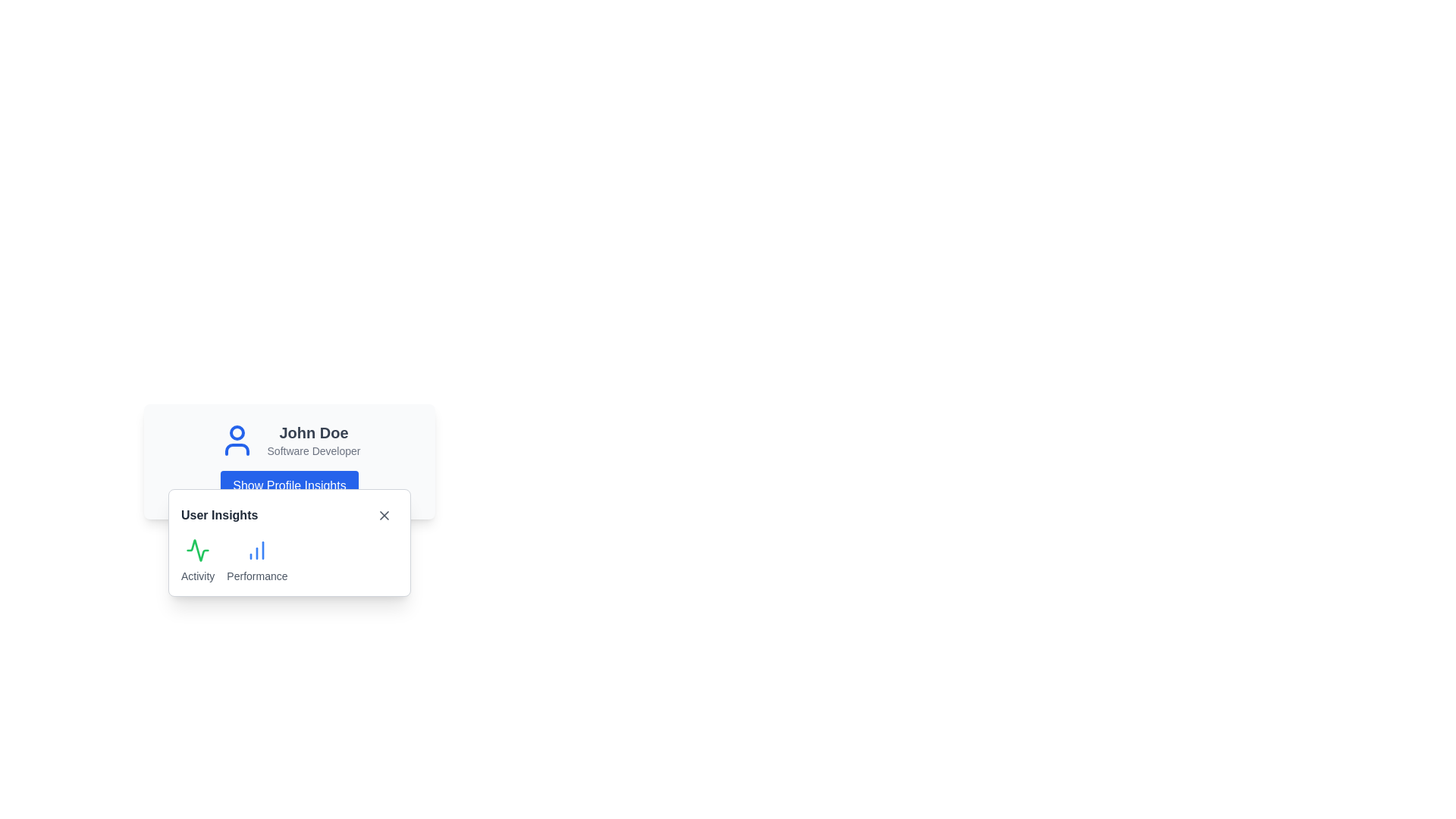 The height and width of the screenshot is (819, 1456). I want to click on the button labeled 'Show Profile Insights', which is a rectangular button with a blue background and white text, so click(290, 485).